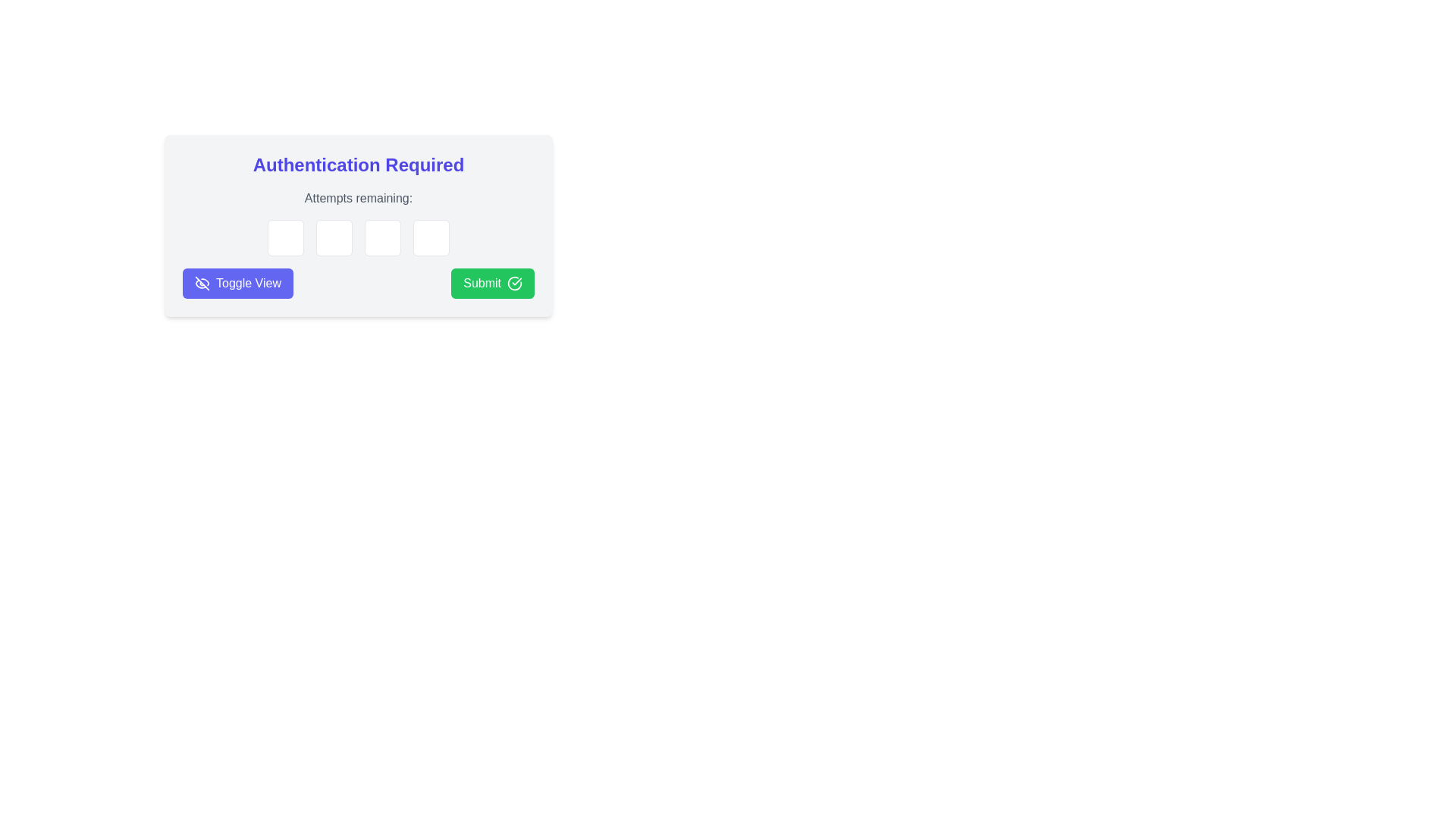 Image resolution: width=1456 pixels, height=819 pixels. Describe the element at coordinates (202, 284) in the screenshot. I see `the eye icon with a slash through it, which is located to the left of the 'Toggle View' button at the bottom-left corner of the central card-like interface` at that location.